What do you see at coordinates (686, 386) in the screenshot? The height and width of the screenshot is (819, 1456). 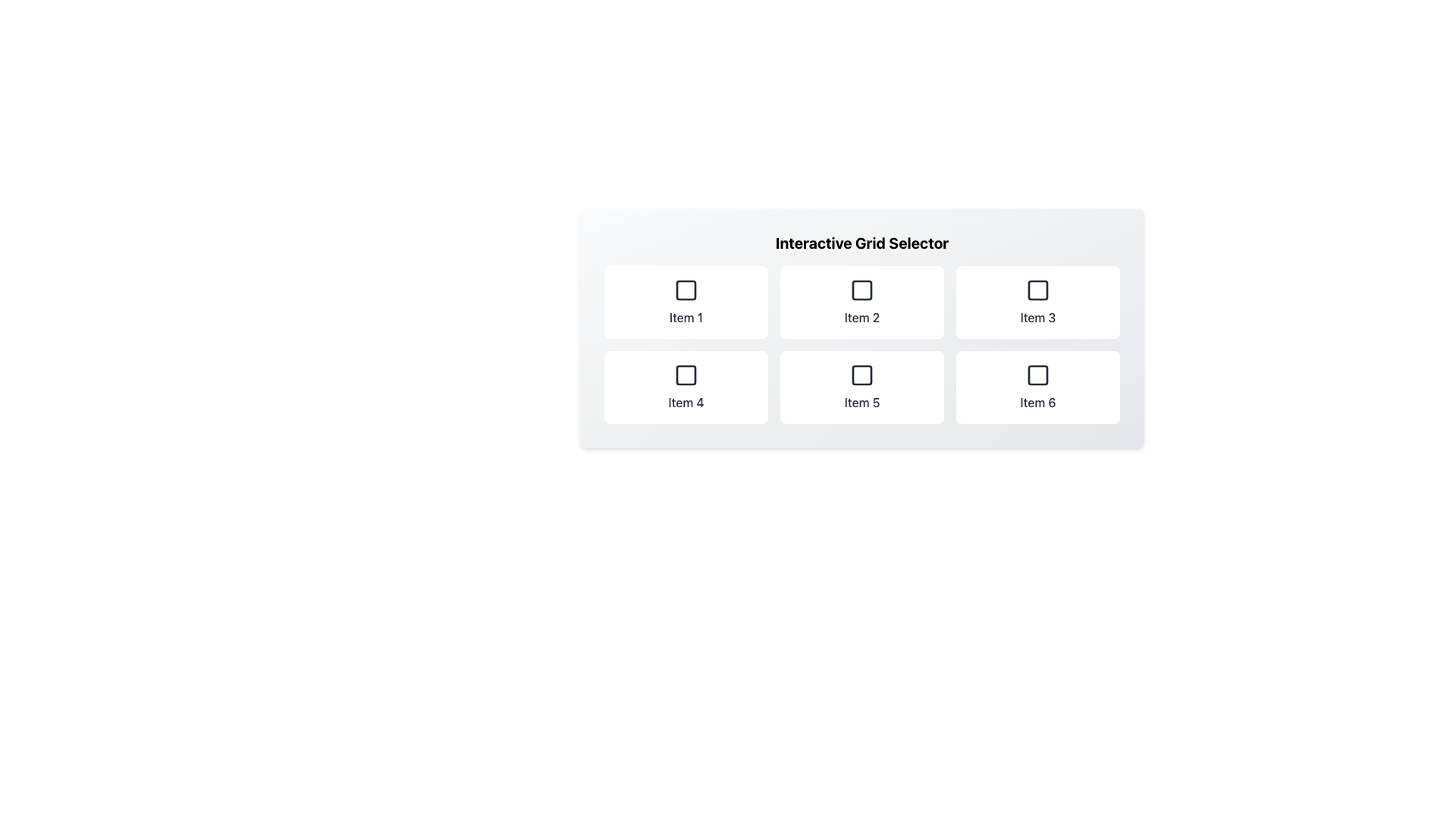 I see `the selectable grid item located in the second row of the grid layout, which is the first item below 'Item 1' and adjacent to 'Item 5'` at bounding box center [686, 386].